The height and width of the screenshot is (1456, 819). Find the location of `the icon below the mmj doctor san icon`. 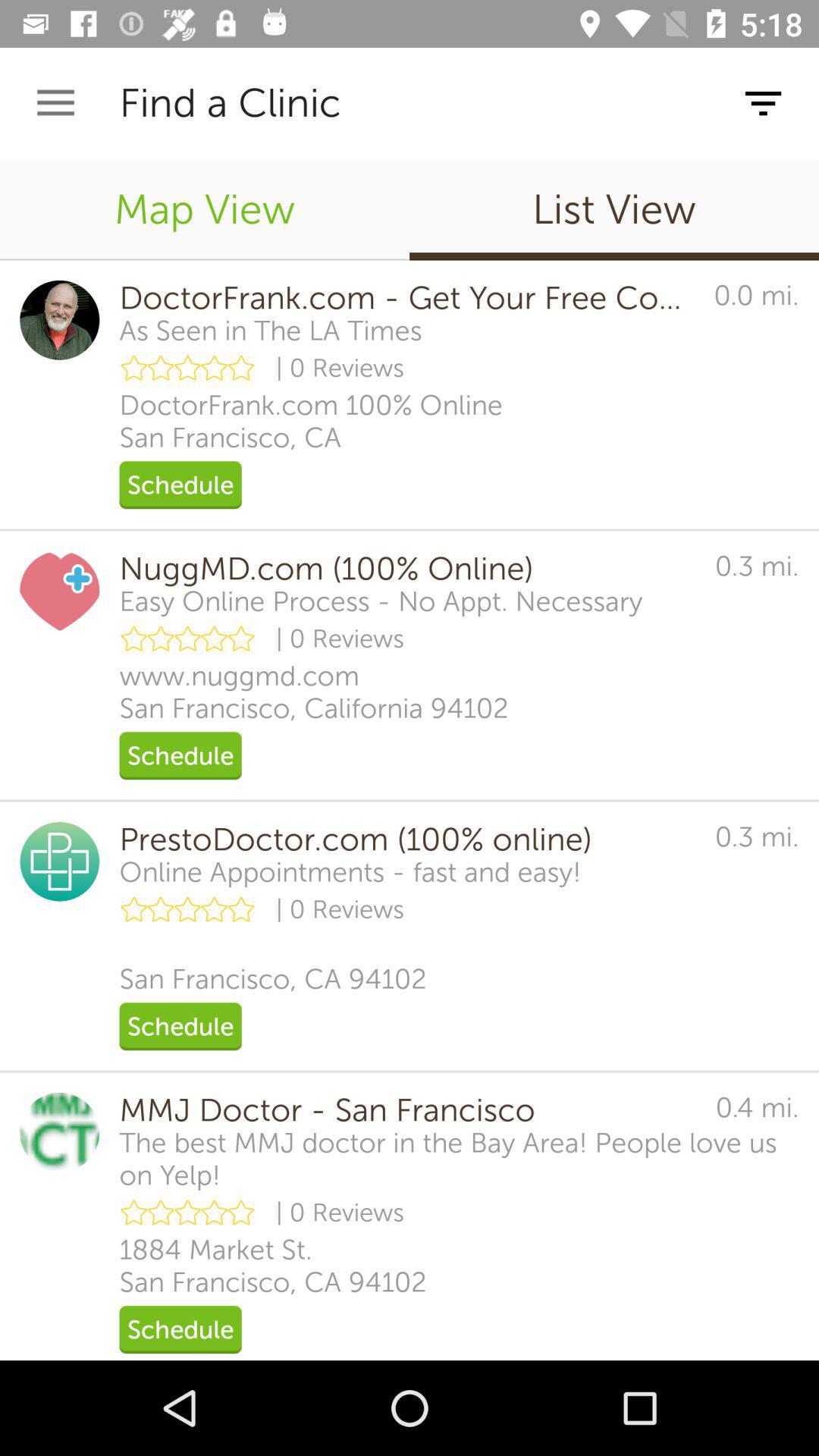

the icon below the mmj doctor san icon is located at coordinates (458, 1158).